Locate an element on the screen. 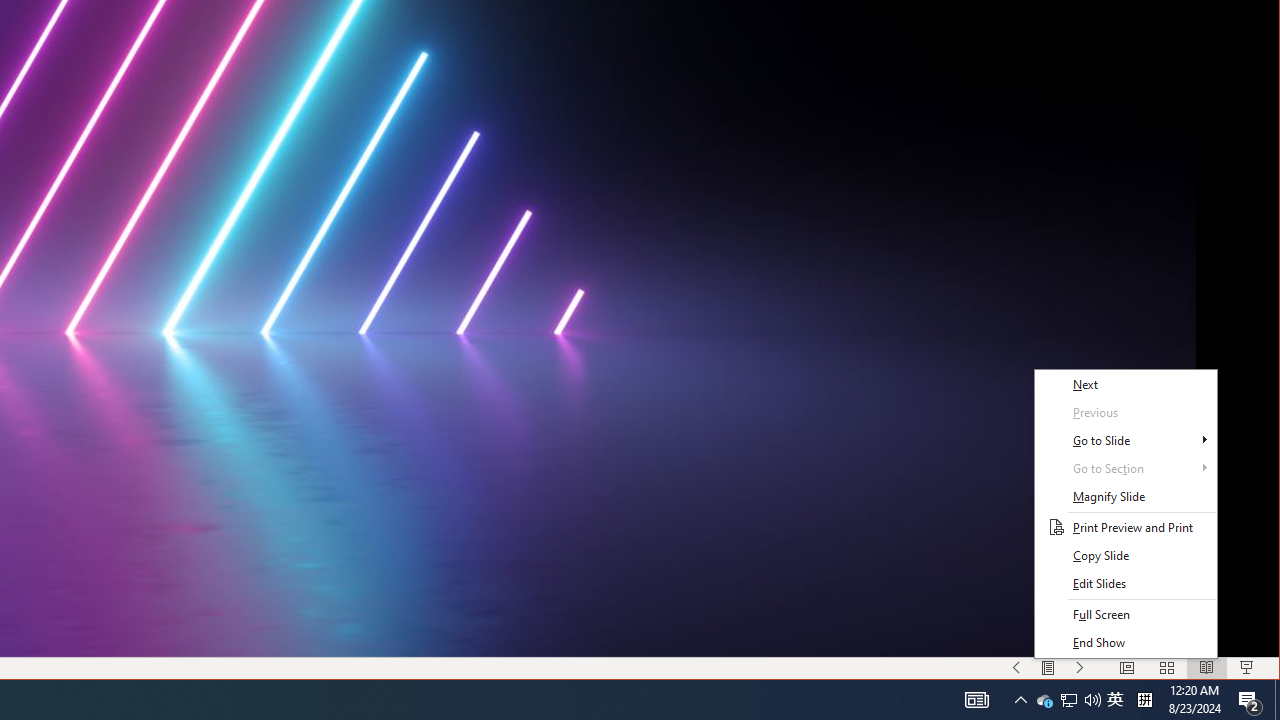  'Previous' is located at coordinates (1125, 411).